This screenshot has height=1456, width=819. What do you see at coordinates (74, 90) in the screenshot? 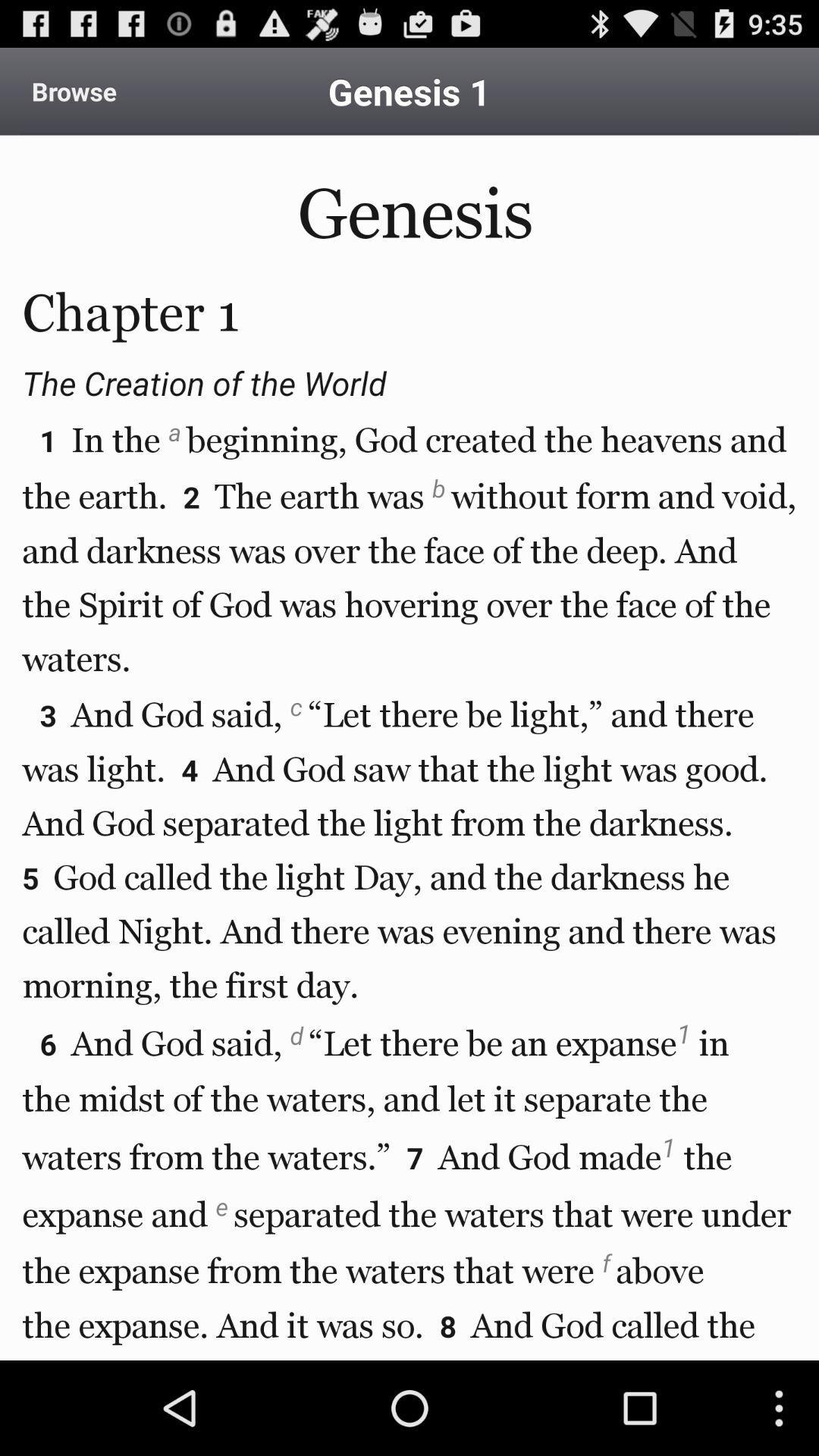
I see `the item at the top left corner` at bounding box center [74, 90].